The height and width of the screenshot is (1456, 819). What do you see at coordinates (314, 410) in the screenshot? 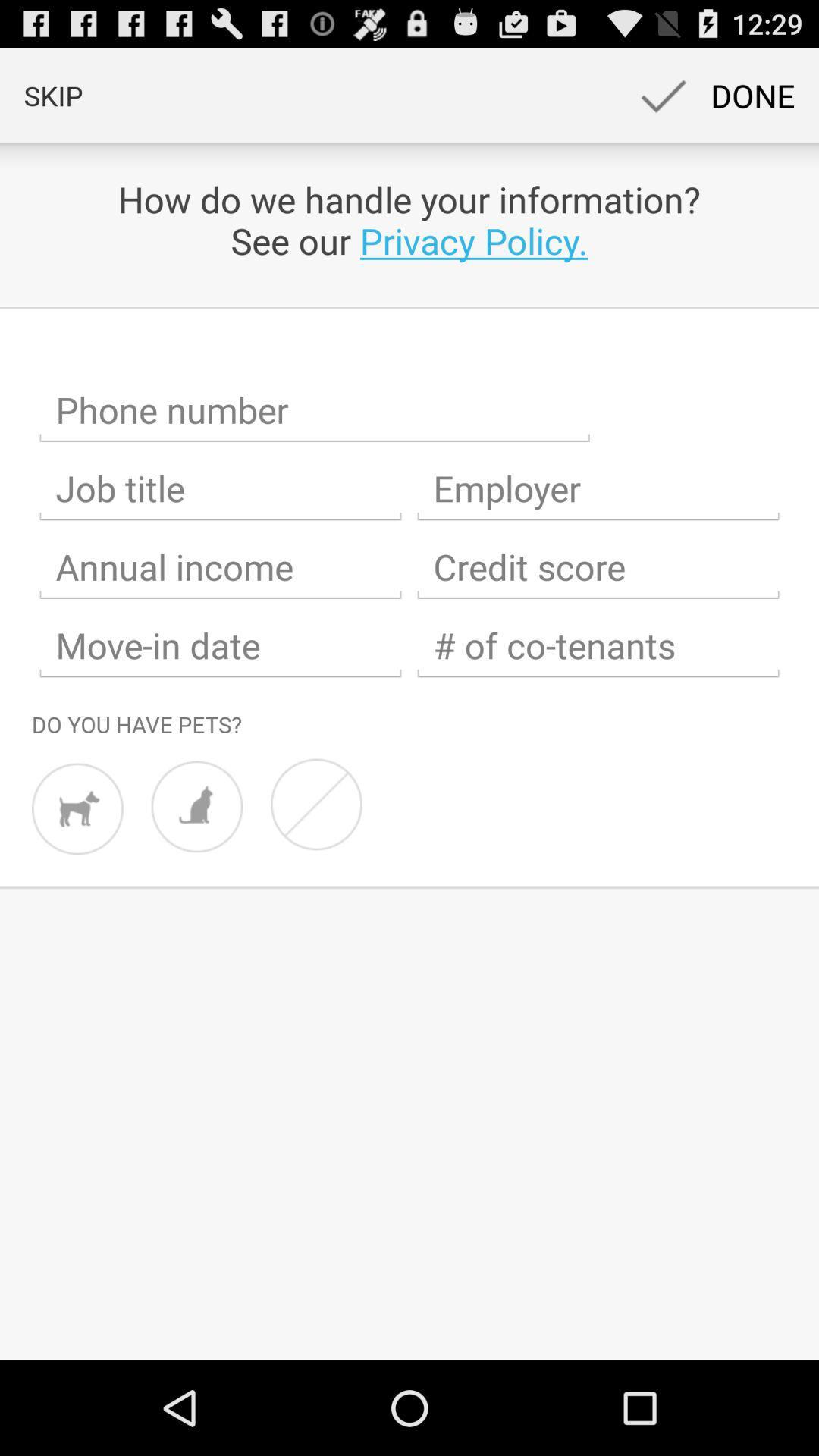
I see `input phone number` at bounding box center [314, 410].